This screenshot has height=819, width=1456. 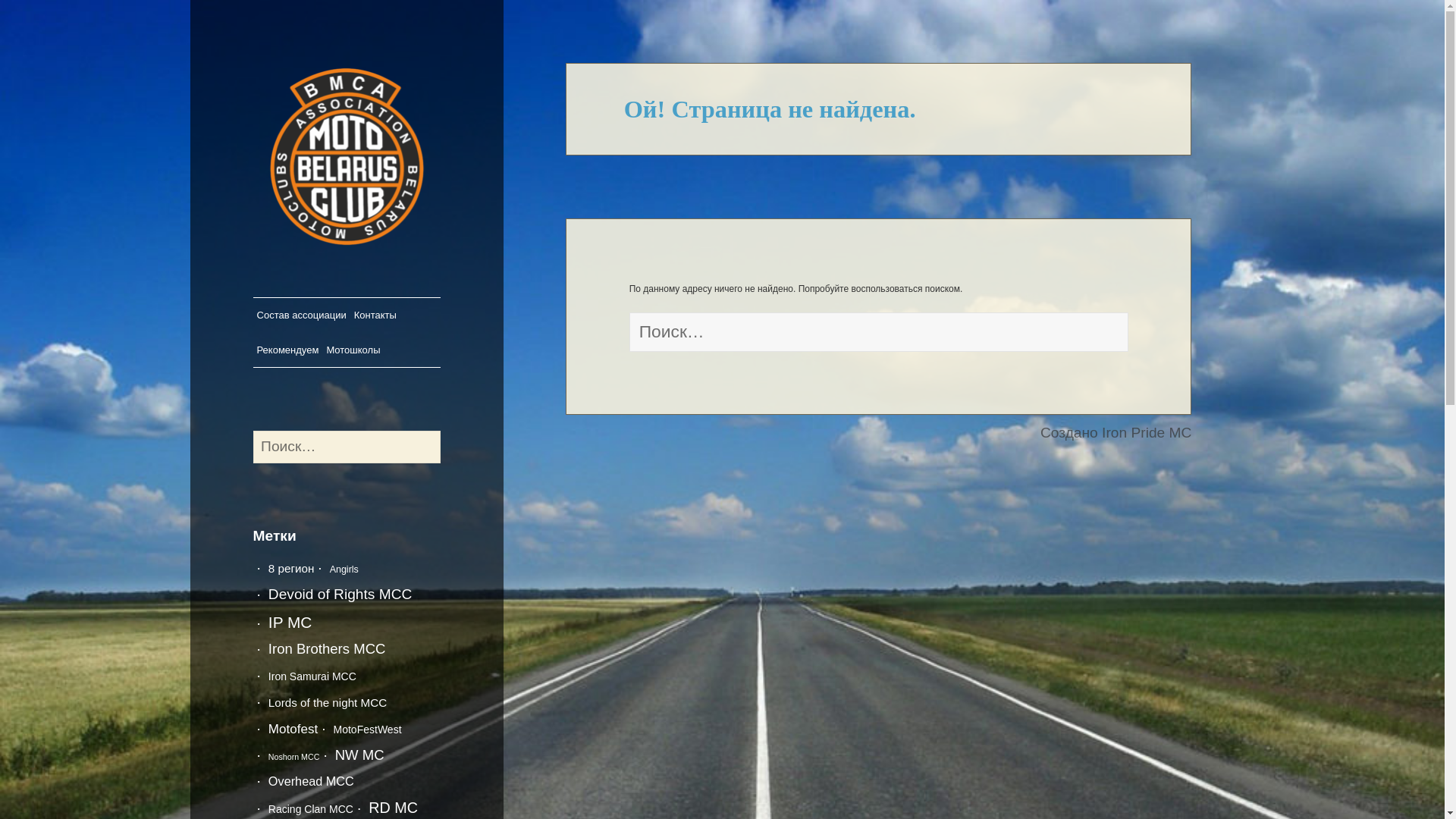 I want to click on 'MotoFestWest', so click(x=333, y=728).